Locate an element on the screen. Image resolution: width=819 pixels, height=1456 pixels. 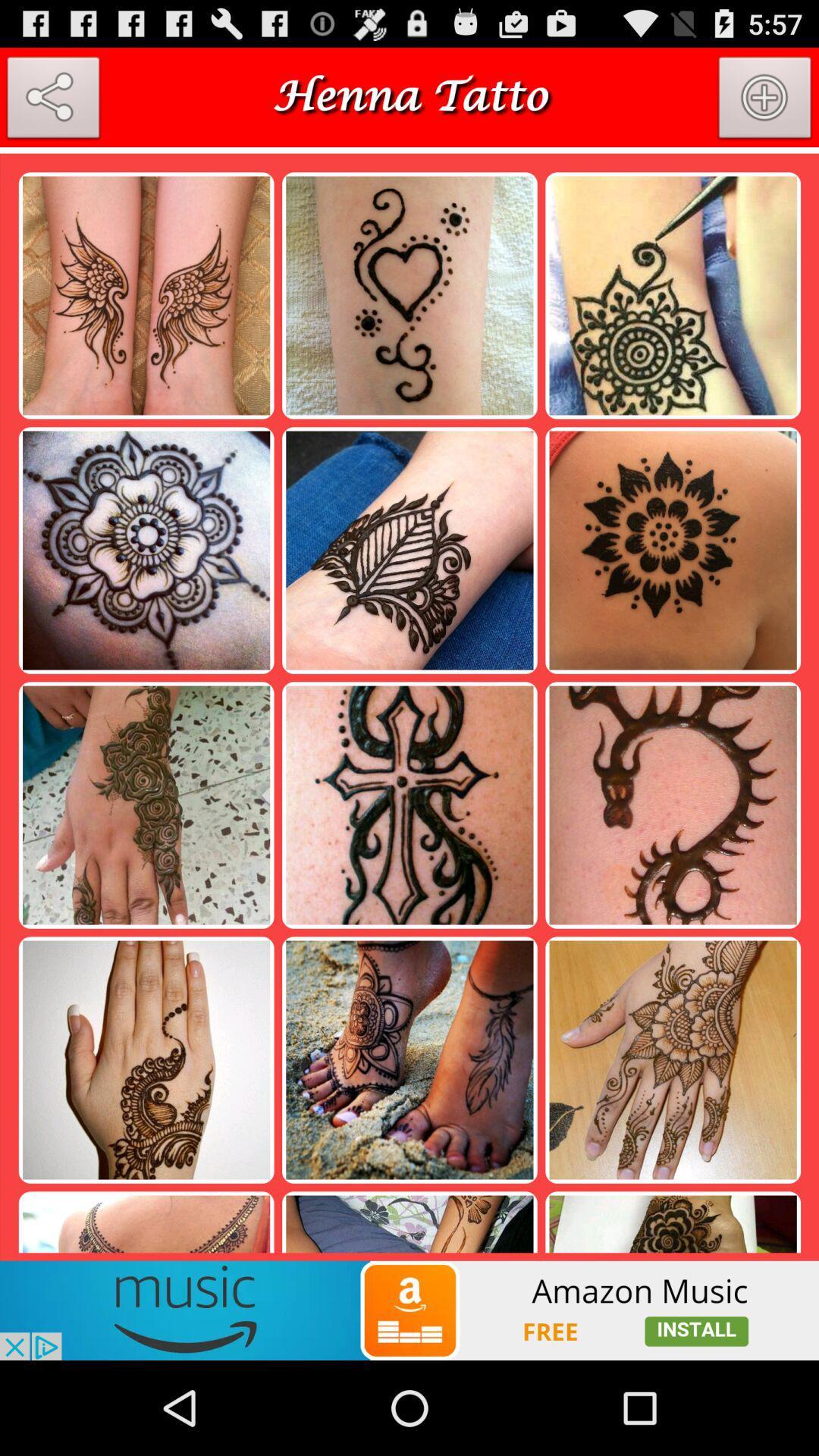
share images is located at coordinates (52, 100).